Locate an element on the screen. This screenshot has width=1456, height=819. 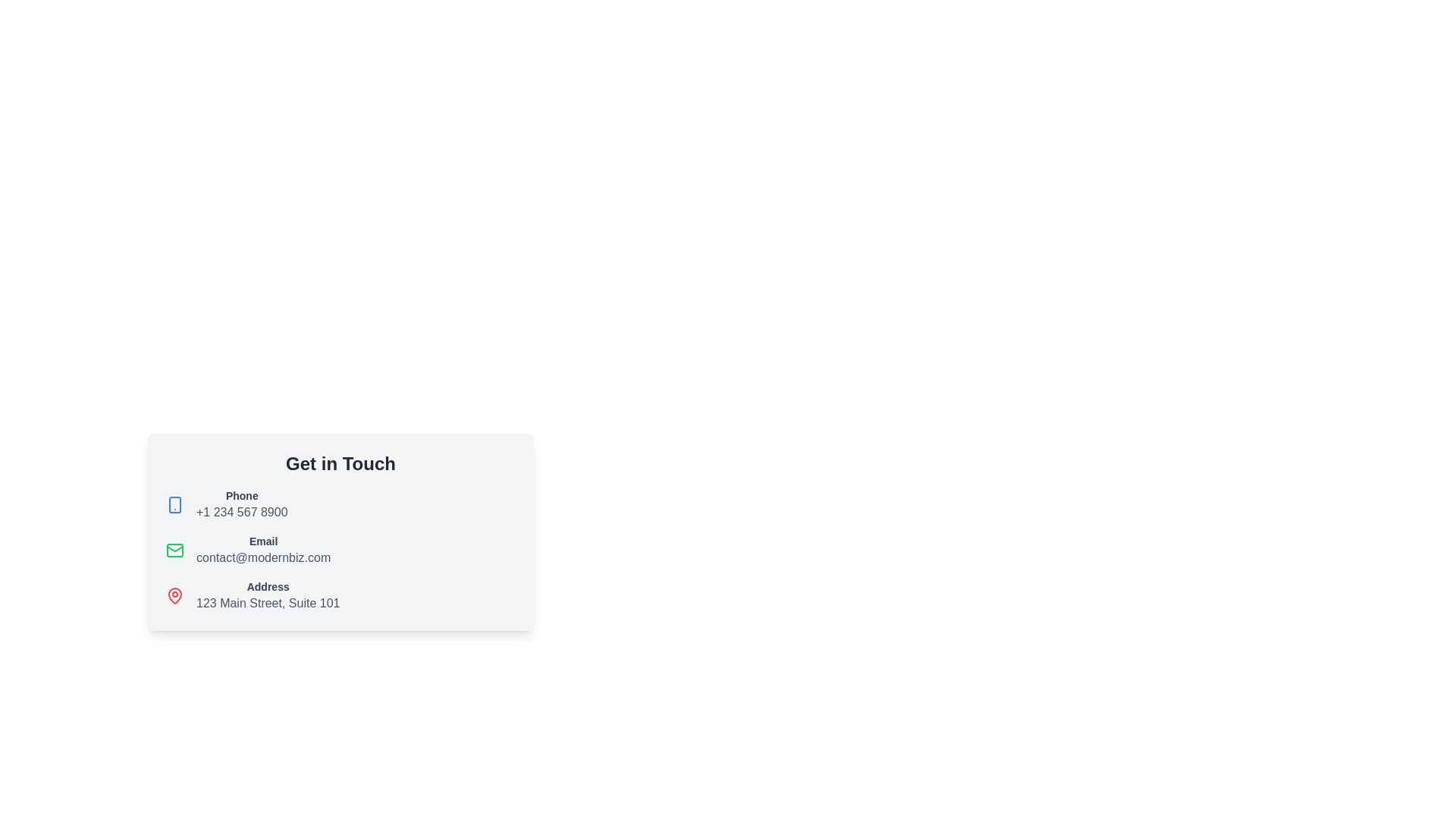
the address icon located at the bottom of the card-like section containing contact information, positioned to the left of the 'Address' label and text is located at coordinates (174, 595).